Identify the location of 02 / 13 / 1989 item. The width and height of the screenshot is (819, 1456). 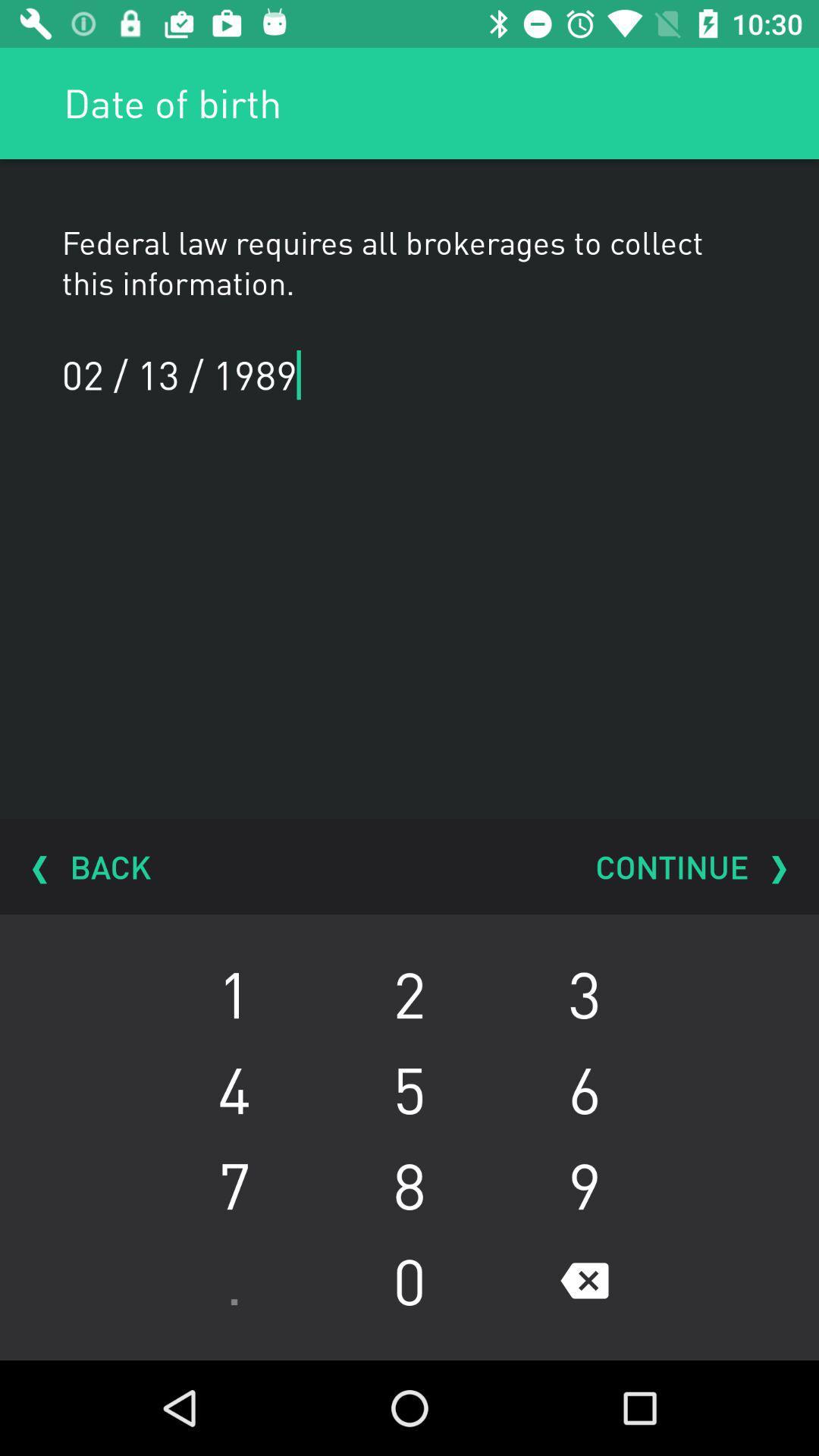
(196, 375).